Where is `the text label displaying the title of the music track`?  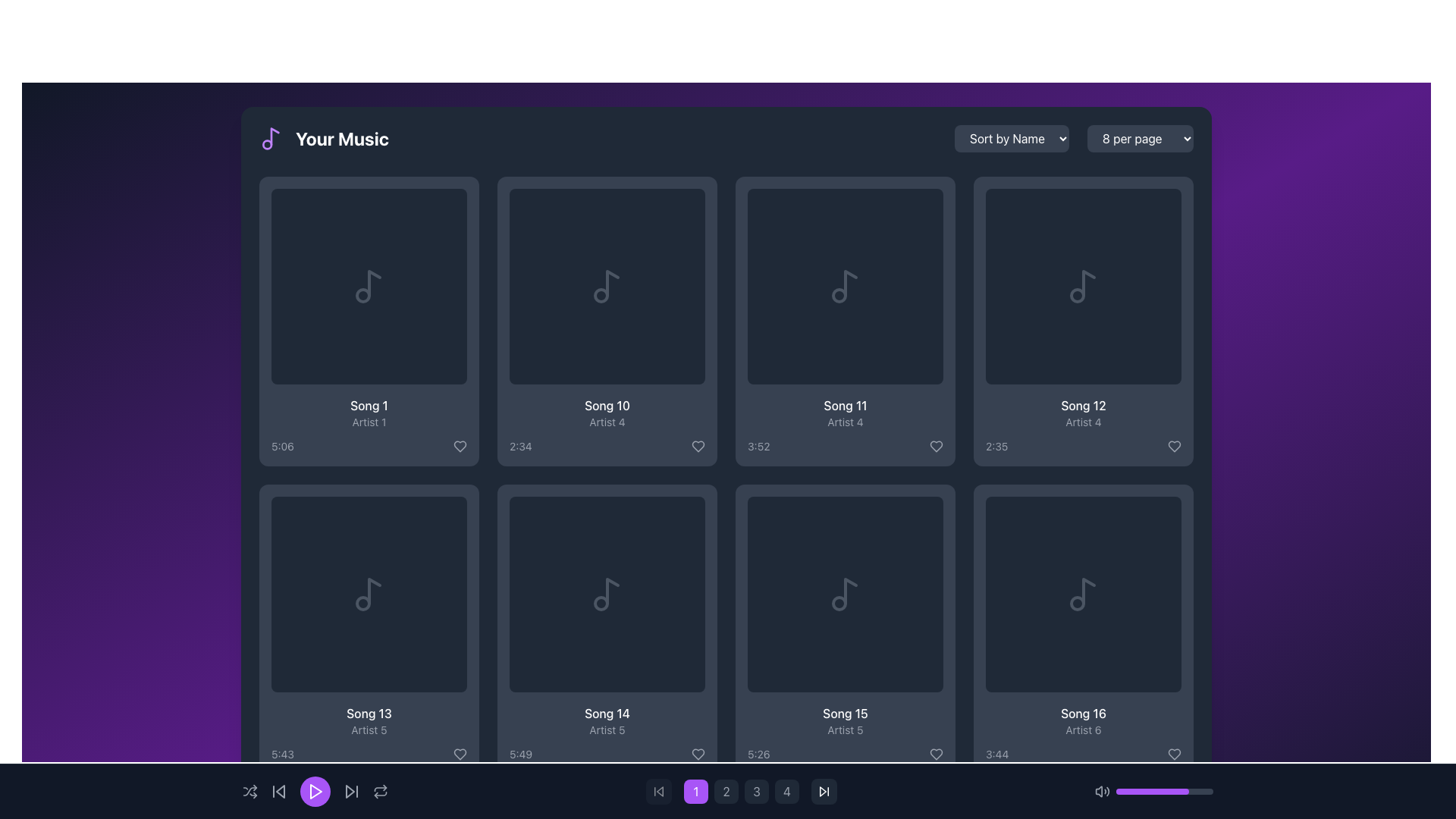 the text label displaying the title of the music track is located at coordinates (369, 405).